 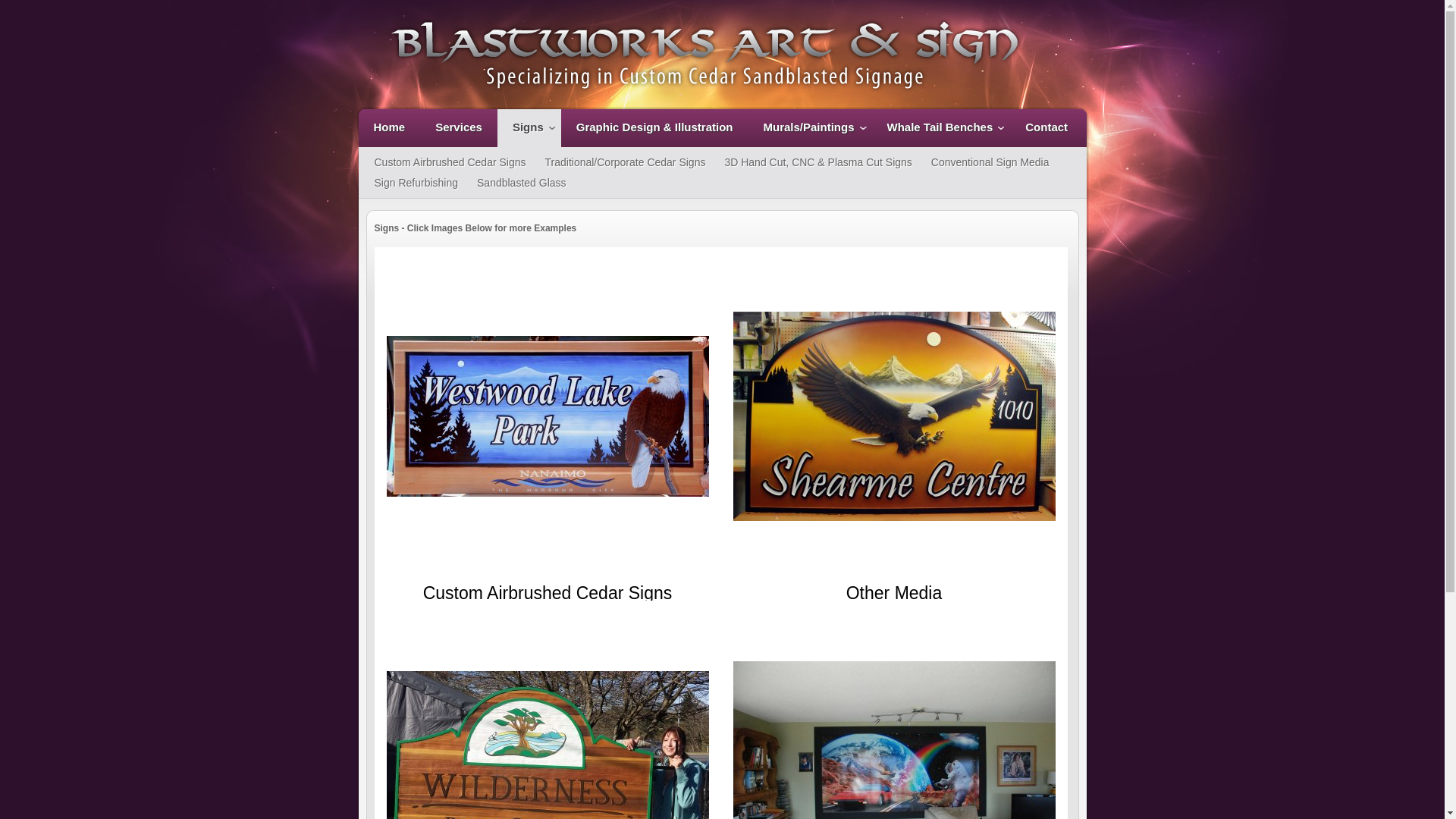 What do you see at coordinates (1009, 127) in the screenshot?
I see `'Contact'` at bounding box center [1009, 127].